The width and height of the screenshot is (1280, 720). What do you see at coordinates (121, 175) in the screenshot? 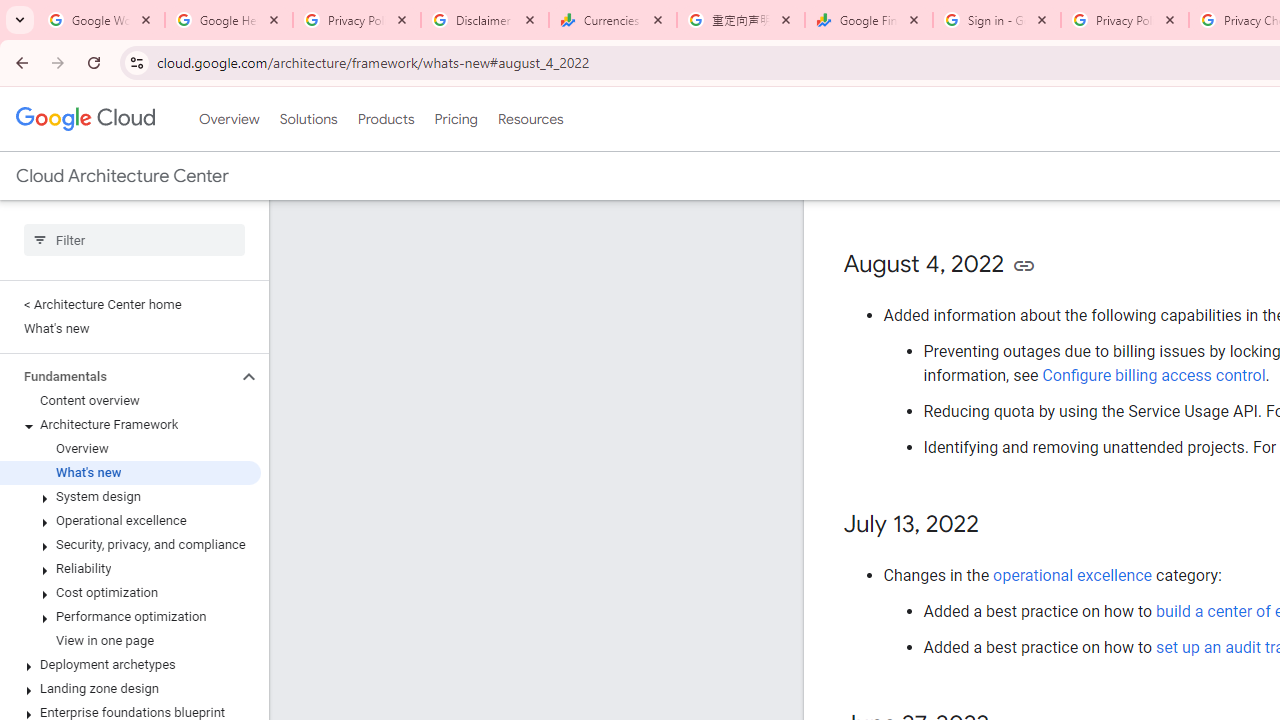
I see `'Cloud Architecture Center'` at bounding box center [121, 175].